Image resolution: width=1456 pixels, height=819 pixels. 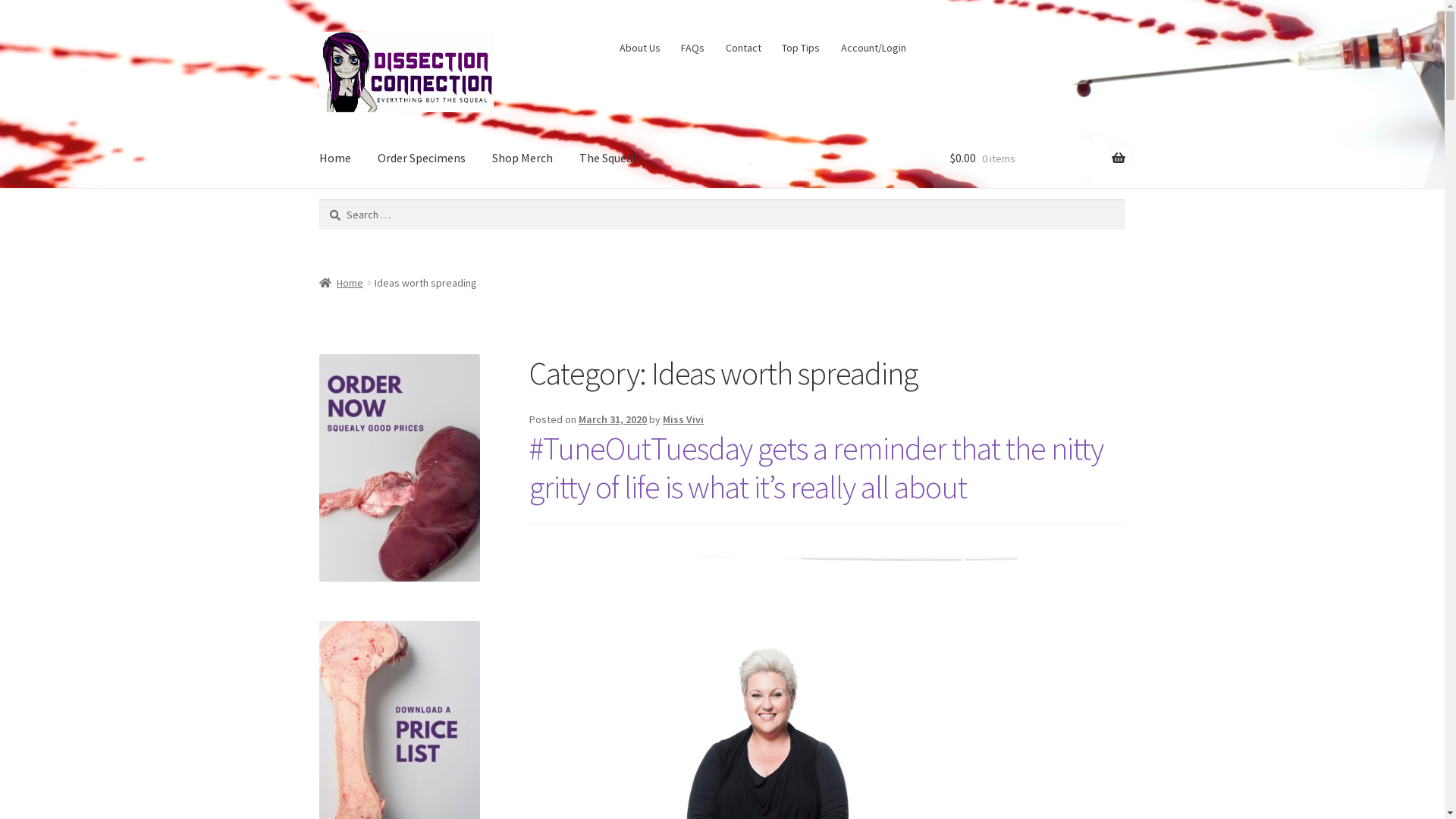 What do you see at coordinates (566, 158) in the screenshot?
I see `'The Squeal'` at bounding box center [566, 158].